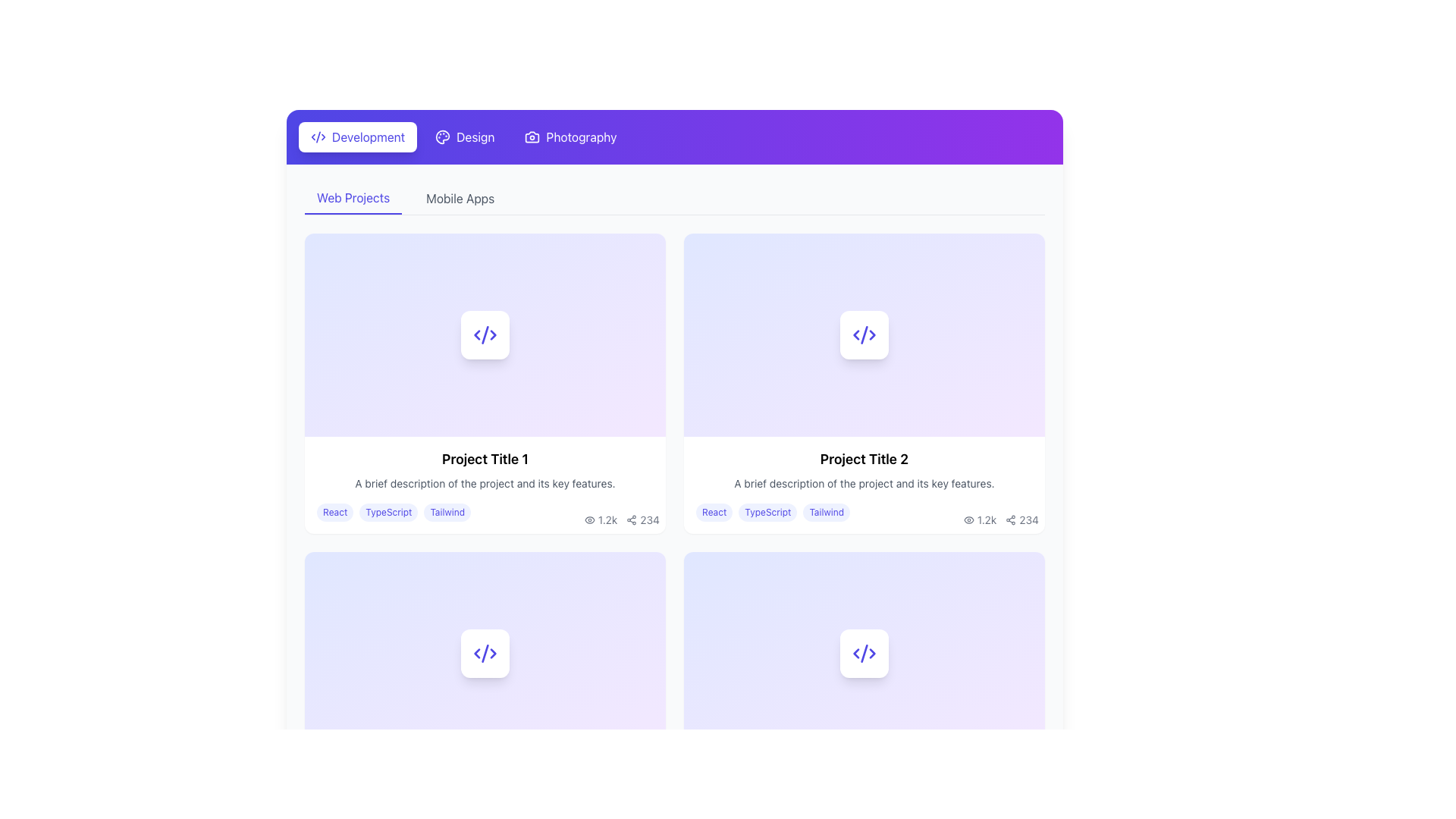  Describe the element at coordinates (864, 483) in the screenshot. I see `the descriptive text block located beneath the 'Project Title 2' heading in the second project card of the Web Projects tab` at that location.